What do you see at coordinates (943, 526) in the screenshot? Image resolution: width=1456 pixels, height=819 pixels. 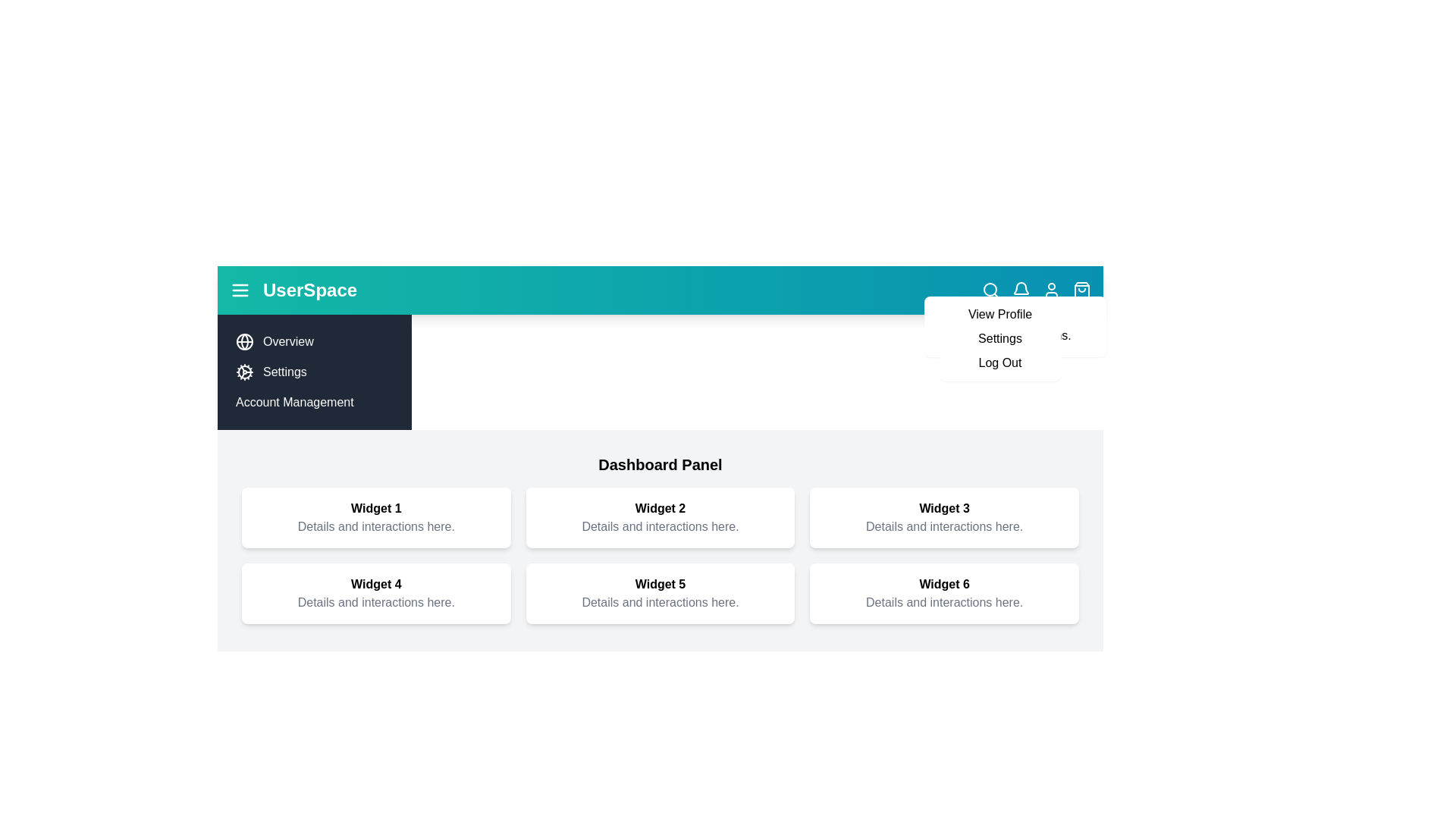 I see `the text label providing additional descriptive information for 'Widget 3' located in the top-right section of the 'Dashboard Panel'` at bounding box center [943, 526].